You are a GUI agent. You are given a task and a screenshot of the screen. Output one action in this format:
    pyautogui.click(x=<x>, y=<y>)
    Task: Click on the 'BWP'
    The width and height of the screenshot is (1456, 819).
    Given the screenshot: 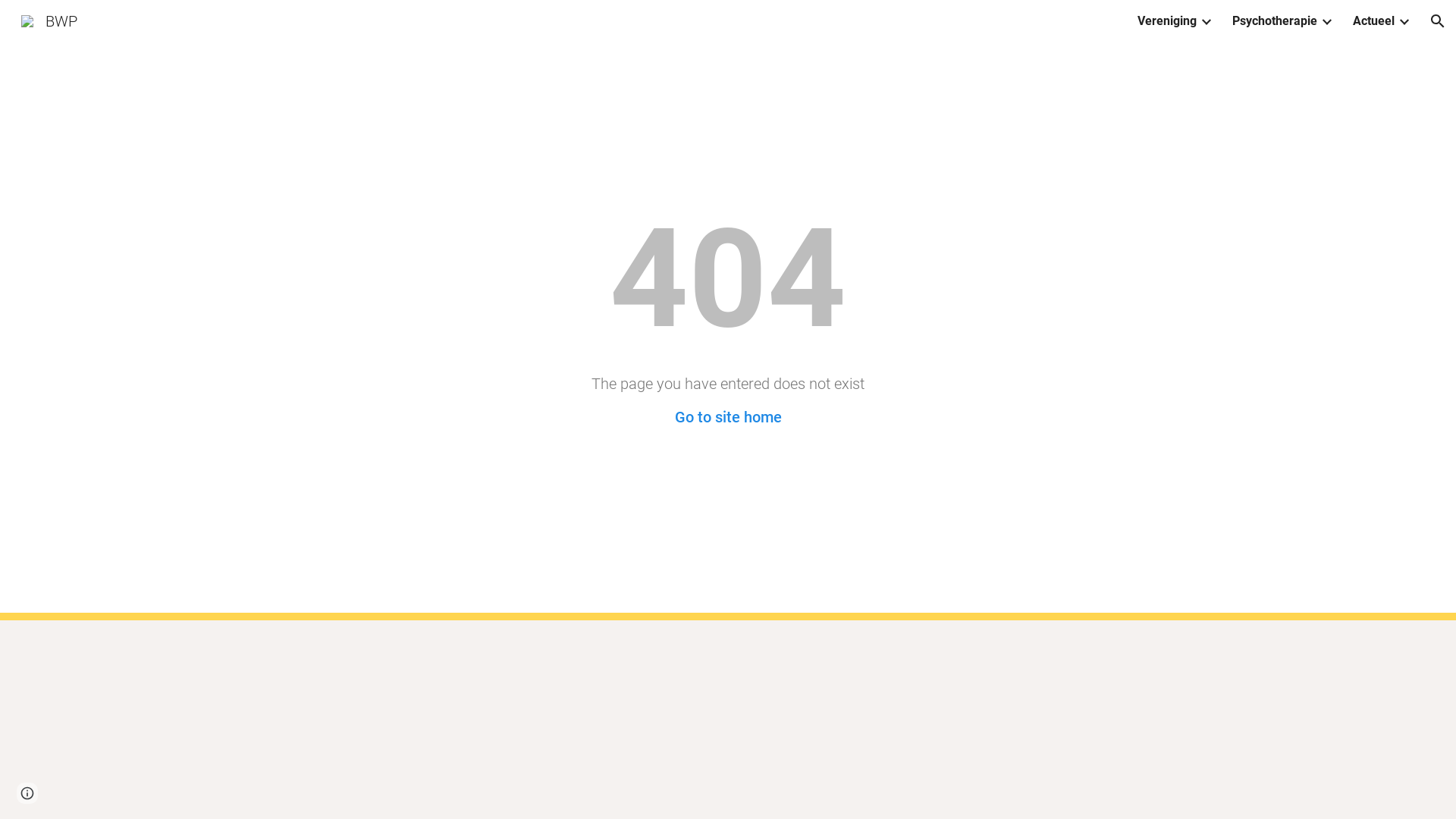 What is the action you would take?
    pyautogui.click(x=49, y=20)
    